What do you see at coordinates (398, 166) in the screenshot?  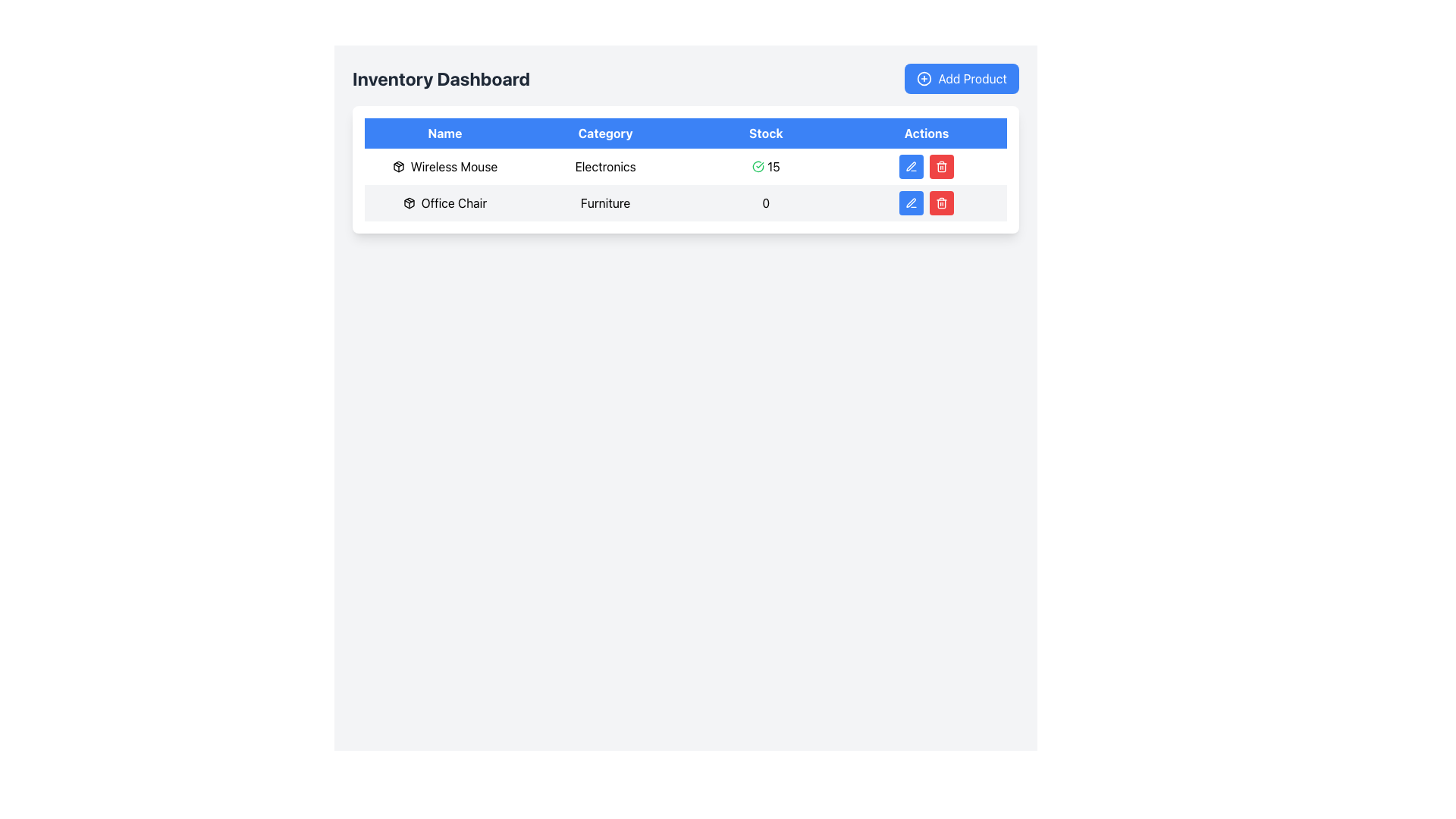 I see `the icon representing the 'Wireless Mouse' in the inventory, located in the first row of the table next to the text 'Wireless Mouse'` at bounding box center [398, 166].